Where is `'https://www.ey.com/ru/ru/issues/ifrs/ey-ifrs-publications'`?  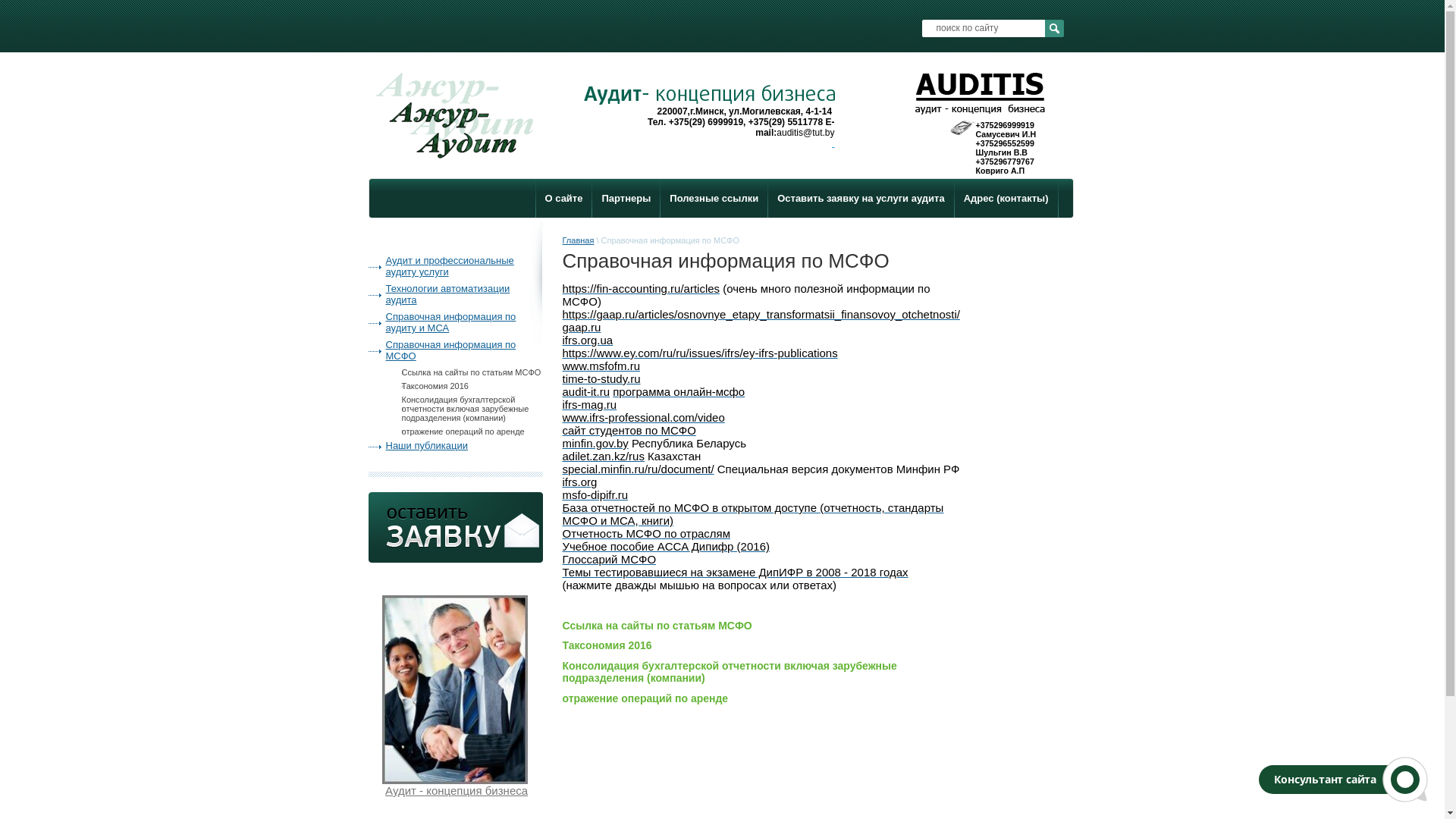 'https://www.ey.com/ru/ru/issues/ifrs/ey-ifrs-publications' is located at coordinates (699, 353).